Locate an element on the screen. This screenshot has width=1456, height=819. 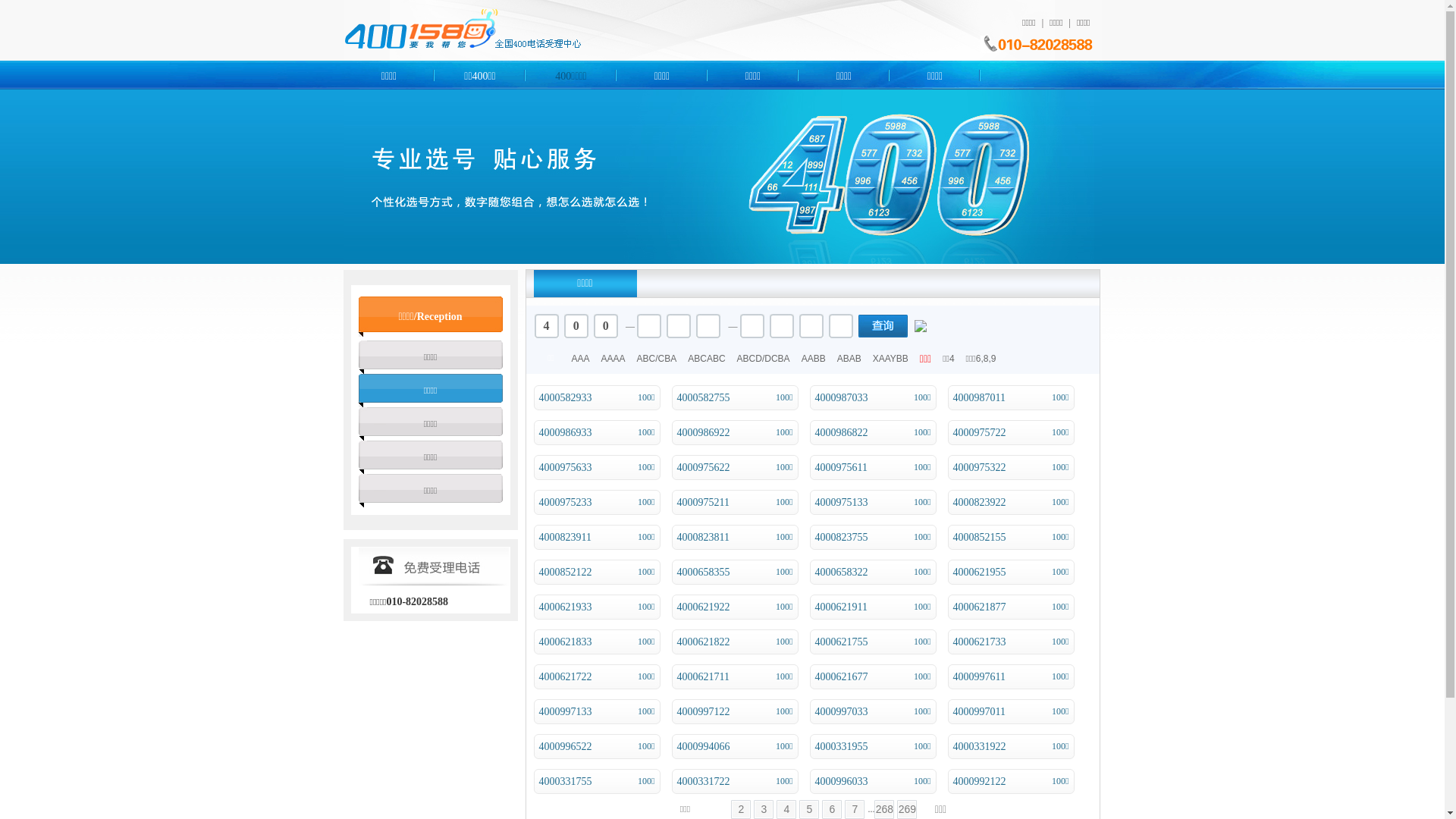
'AAAA' is located at coordinates (596, 359).